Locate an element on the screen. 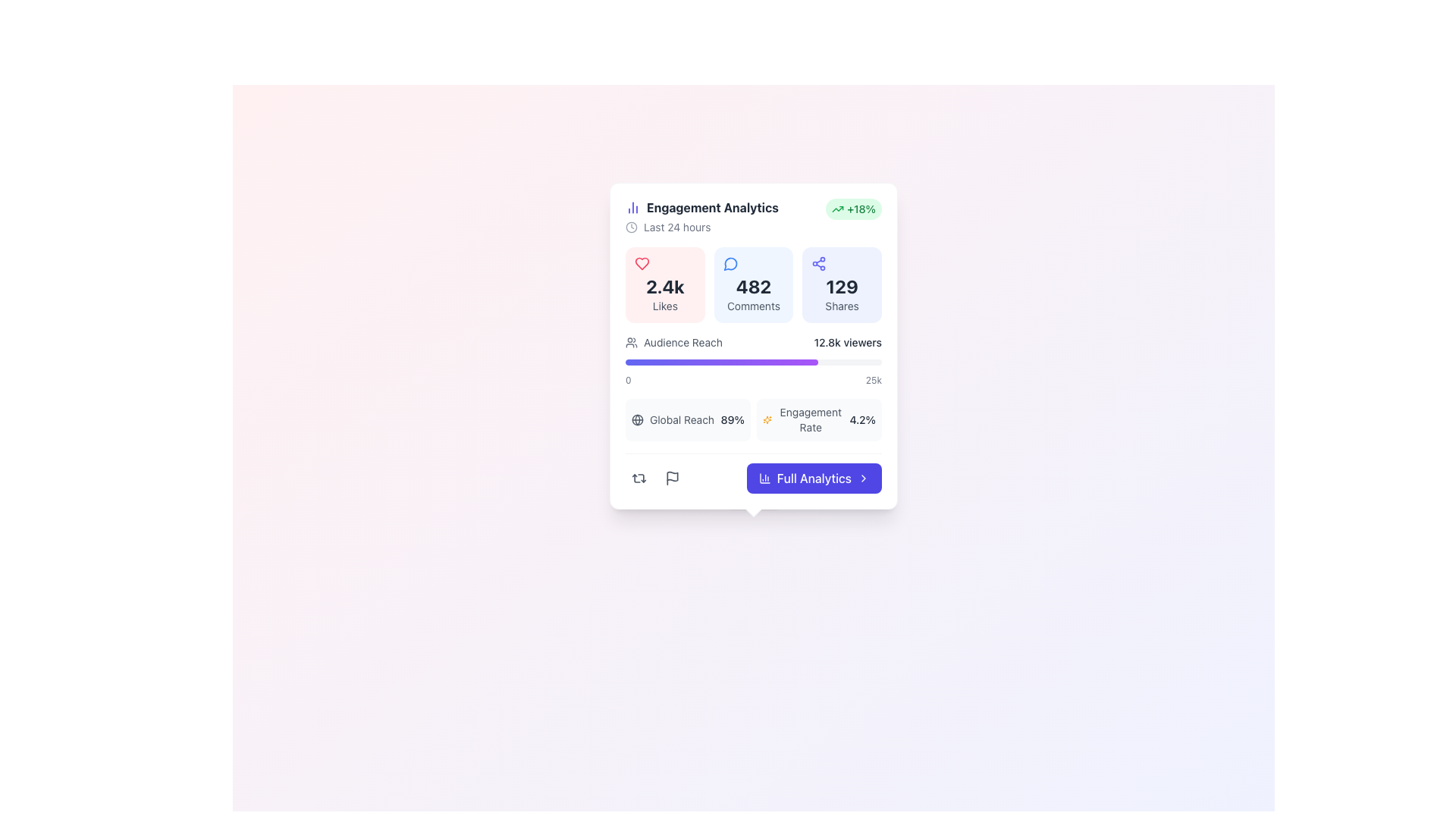  the 'Comments' icon located within the engagement statistics card, positioned above the text '482 Comments' is located at coordinates (730, 262).